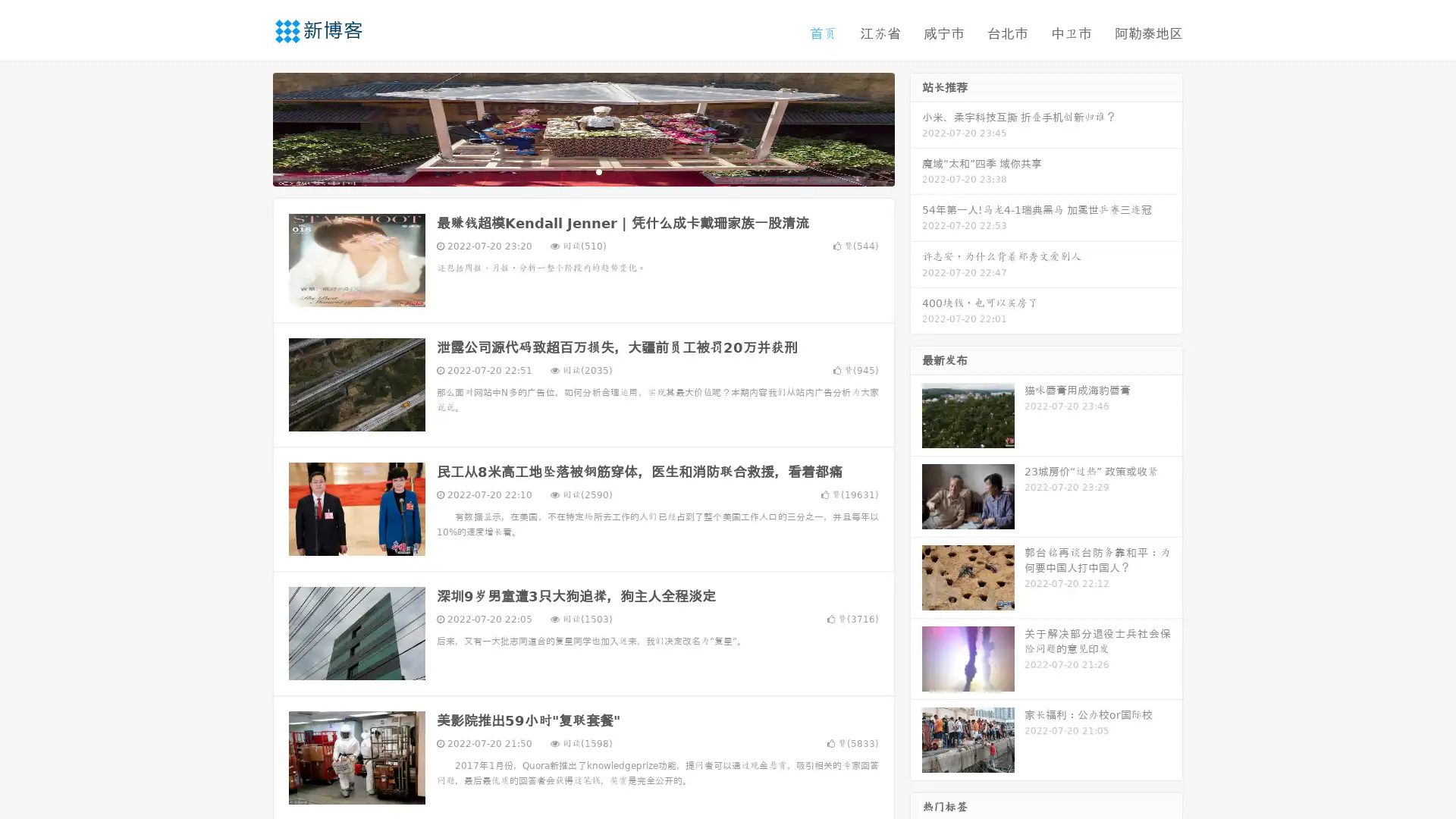  Describe the element at coordinates (598, 171) in the screenshot. I see `Go to slide 3` at that location.